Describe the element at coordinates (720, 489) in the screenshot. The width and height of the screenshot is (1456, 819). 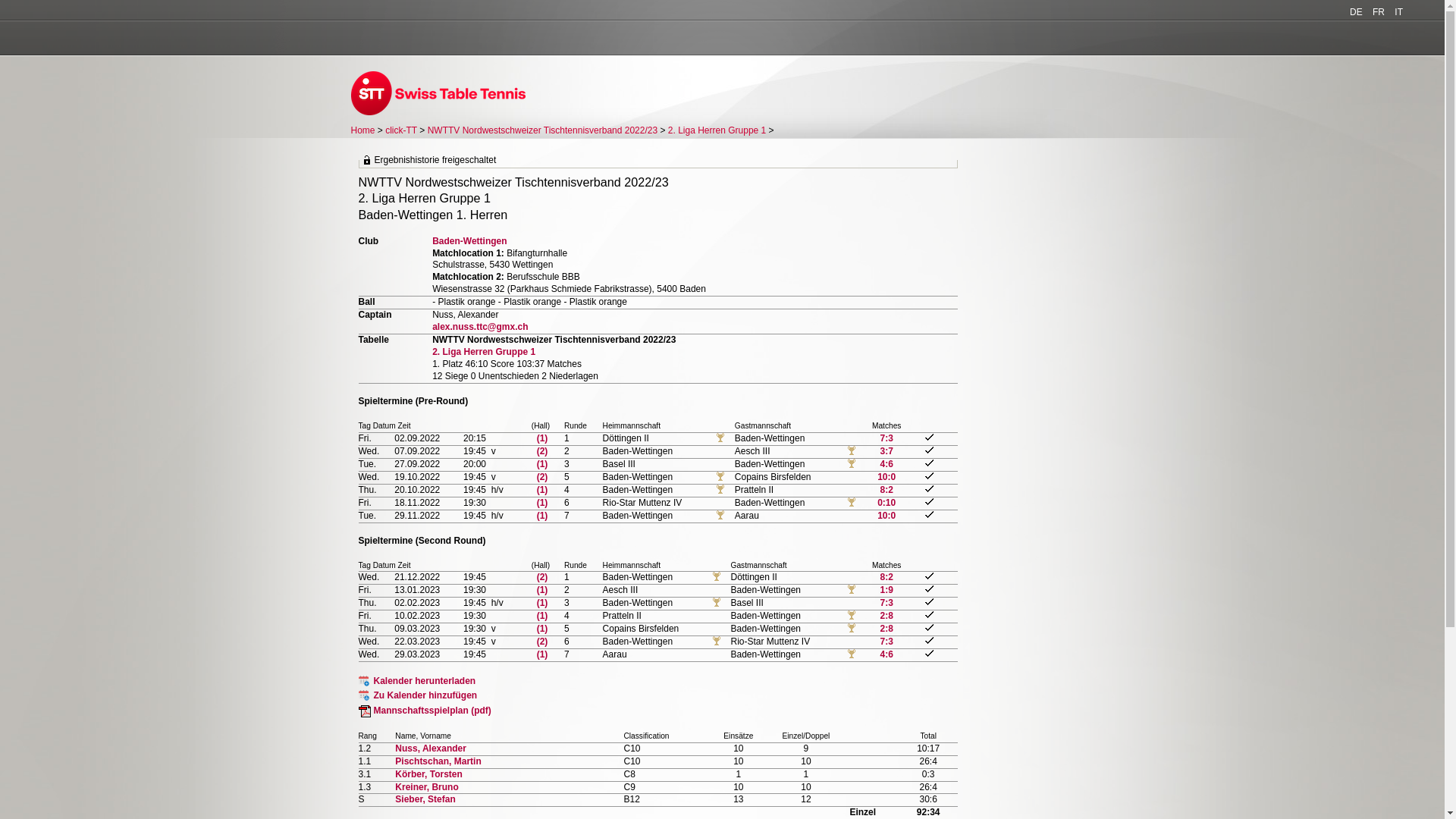
I see `'Victory'` at that location.